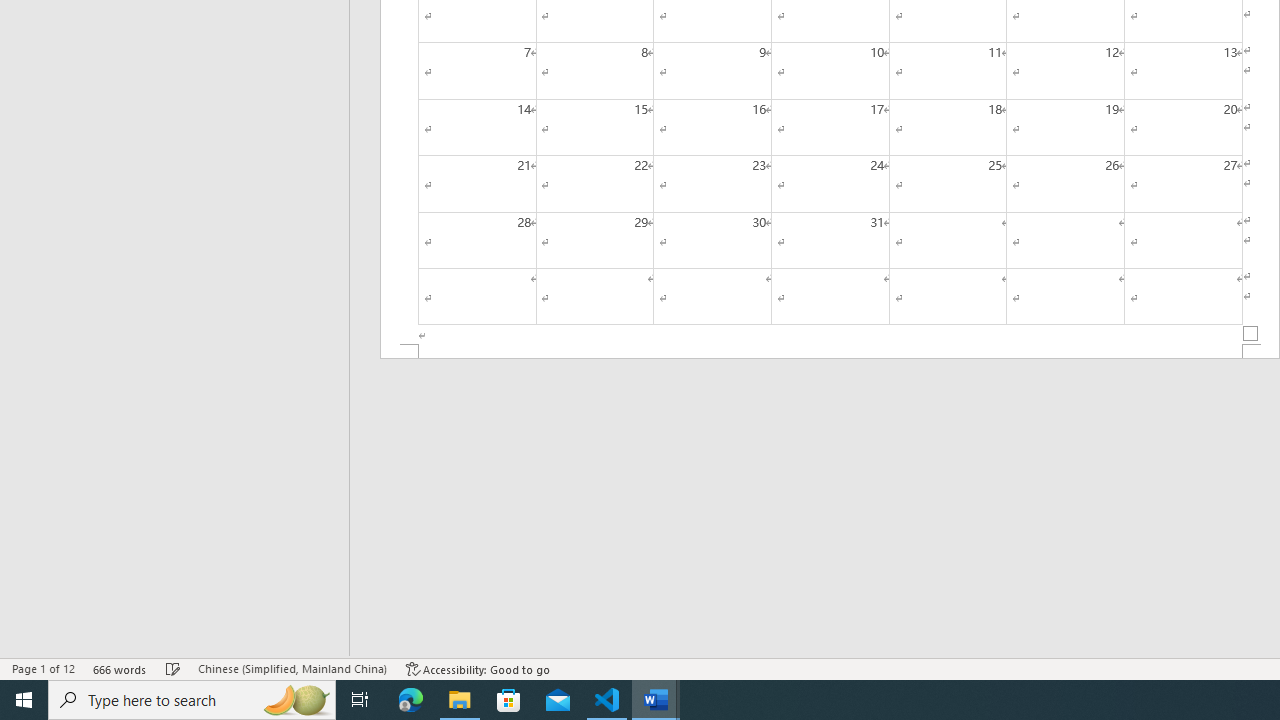 This screenshot has height=720, width=1280. Describe the element at coordinates (119, 669) in the screenshot. I see `'Word Count 666 words'` at that location.